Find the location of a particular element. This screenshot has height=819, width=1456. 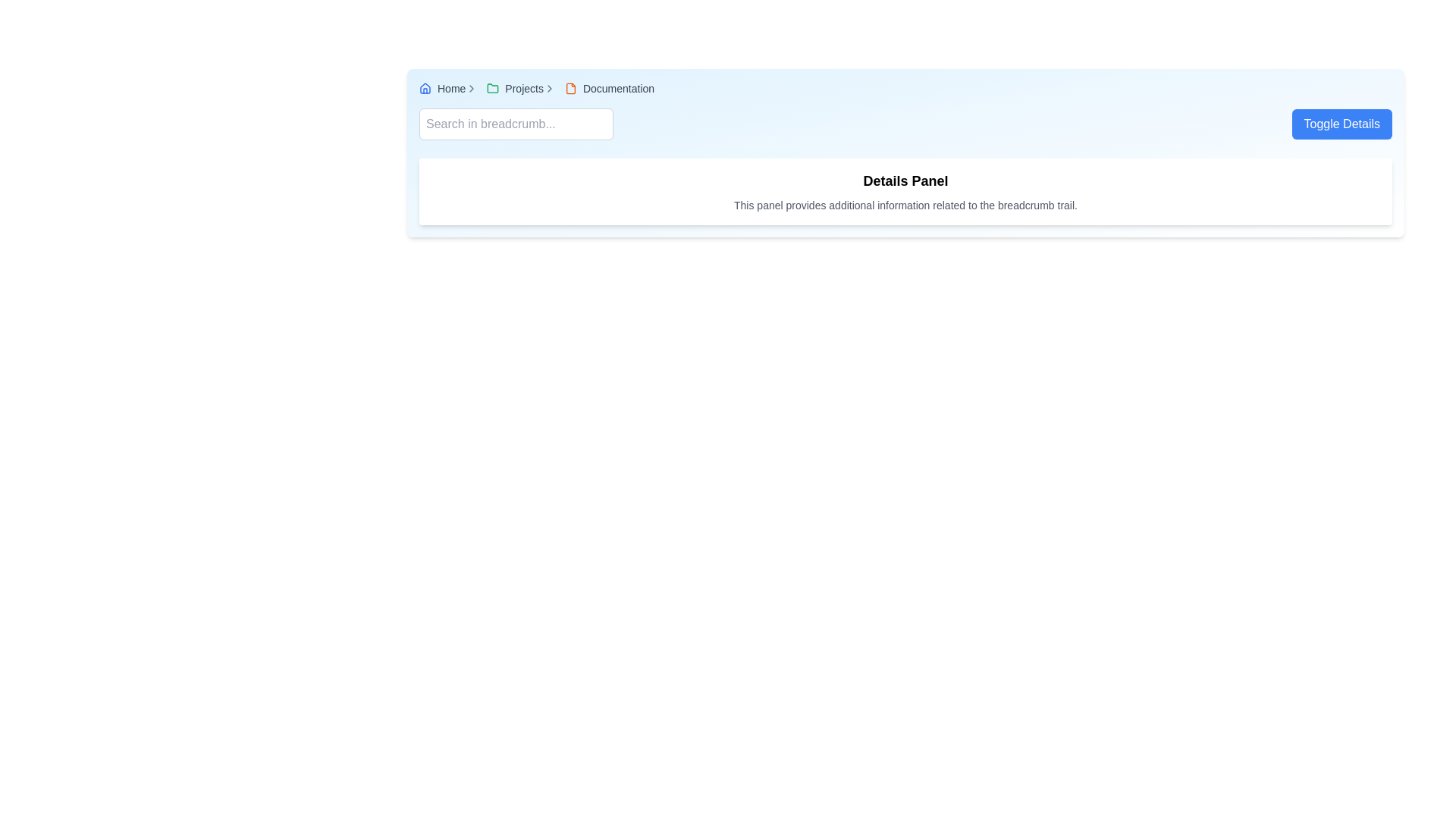

the 'Documentation' text label in the breadcrumb navigation bar, which is the last item in its group, located on the right side after 'Home' and 'Projects' is located at coordinates (619, 88).